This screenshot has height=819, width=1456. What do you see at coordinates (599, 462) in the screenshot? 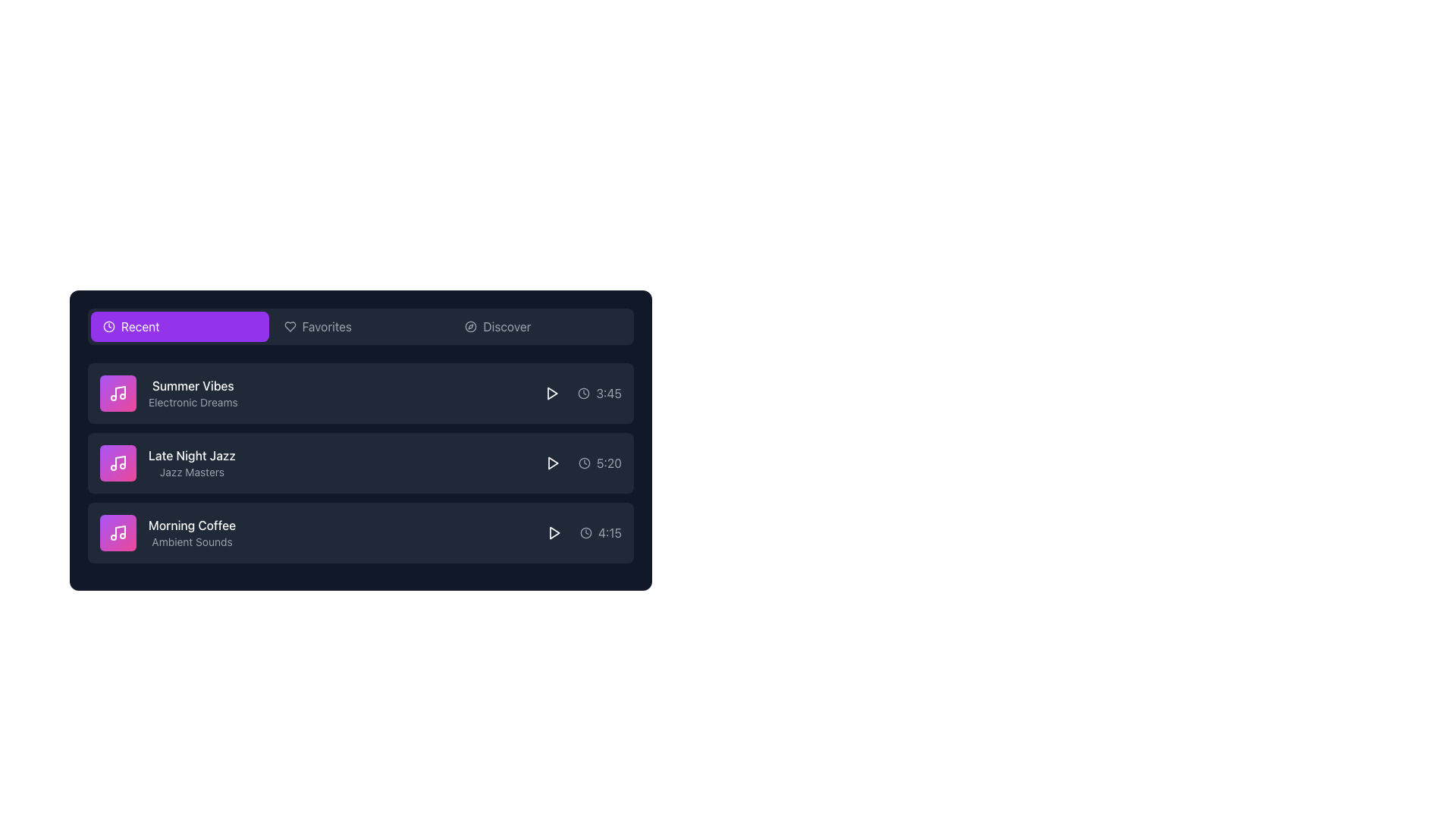
I see `the informational label displaying the duration of the media entry located in the second row of list items in the content card, positioned to the right of the play button` at bounding box center [599, 462].